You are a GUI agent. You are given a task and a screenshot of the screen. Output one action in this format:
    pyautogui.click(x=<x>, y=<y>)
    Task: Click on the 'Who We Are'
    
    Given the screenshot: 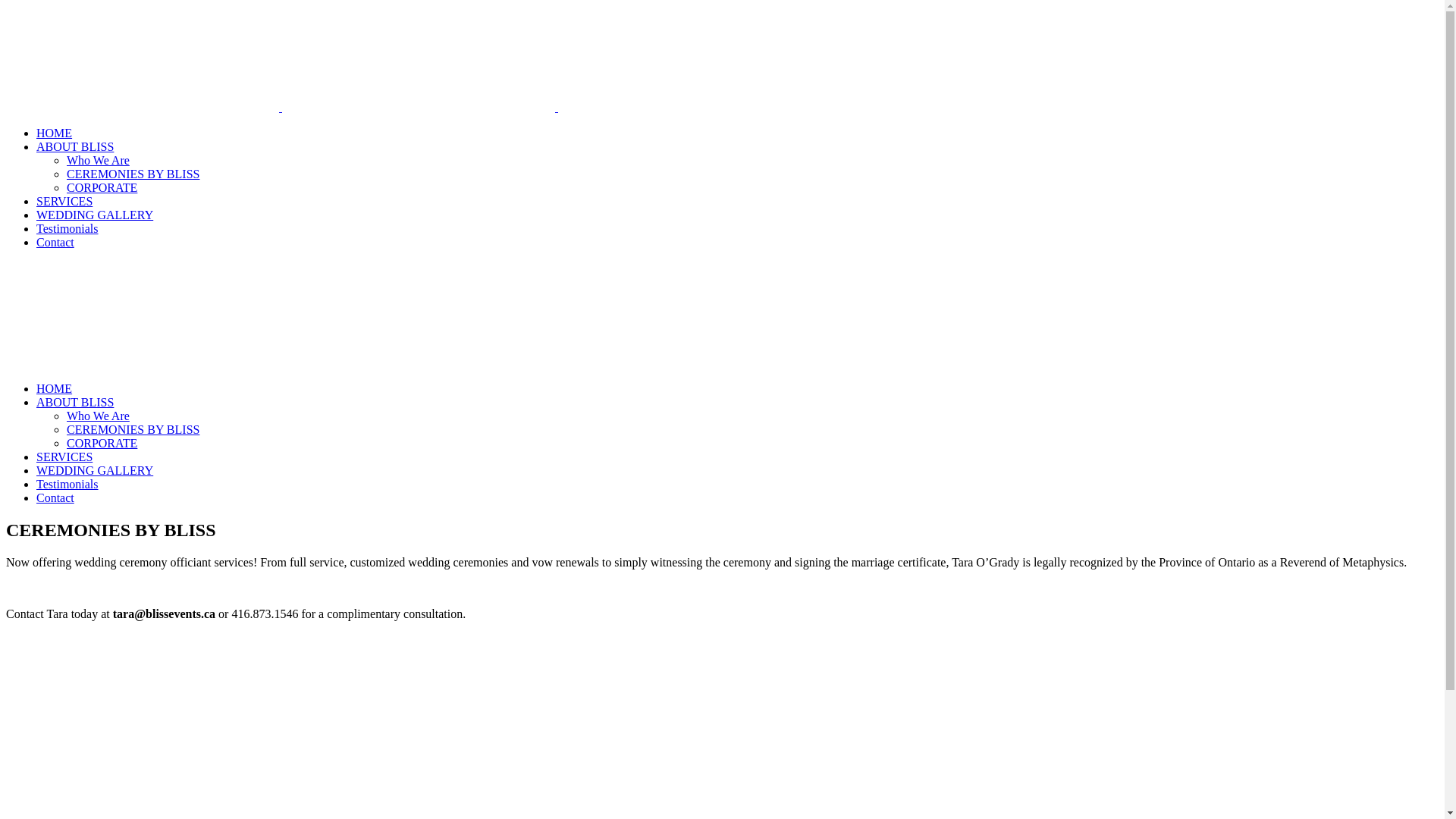 What is the action you would take?
    pyautogui.click(x=97, y=416)
    